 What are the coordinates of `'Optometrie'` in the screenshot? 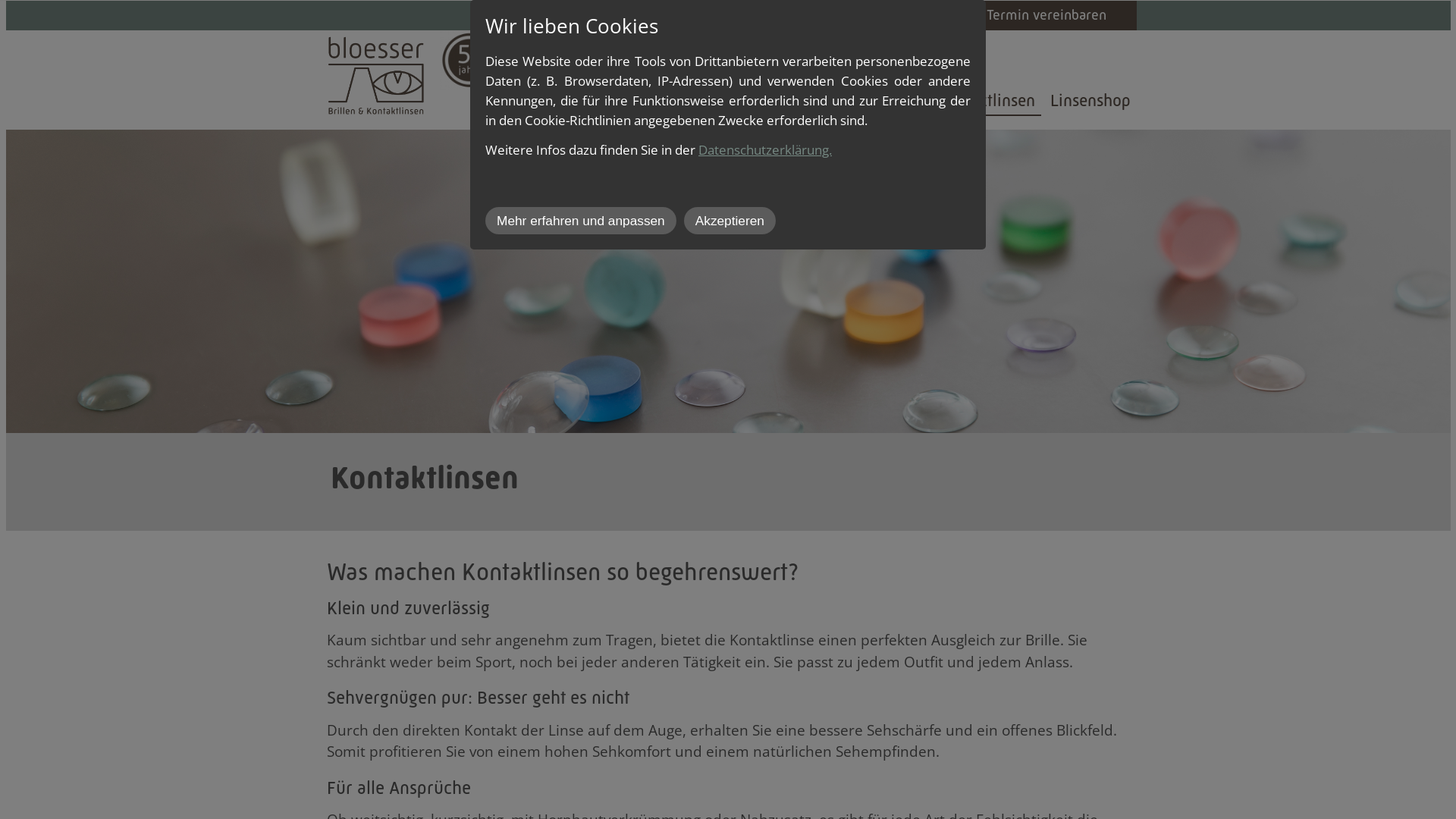 It's located at (773, 99).